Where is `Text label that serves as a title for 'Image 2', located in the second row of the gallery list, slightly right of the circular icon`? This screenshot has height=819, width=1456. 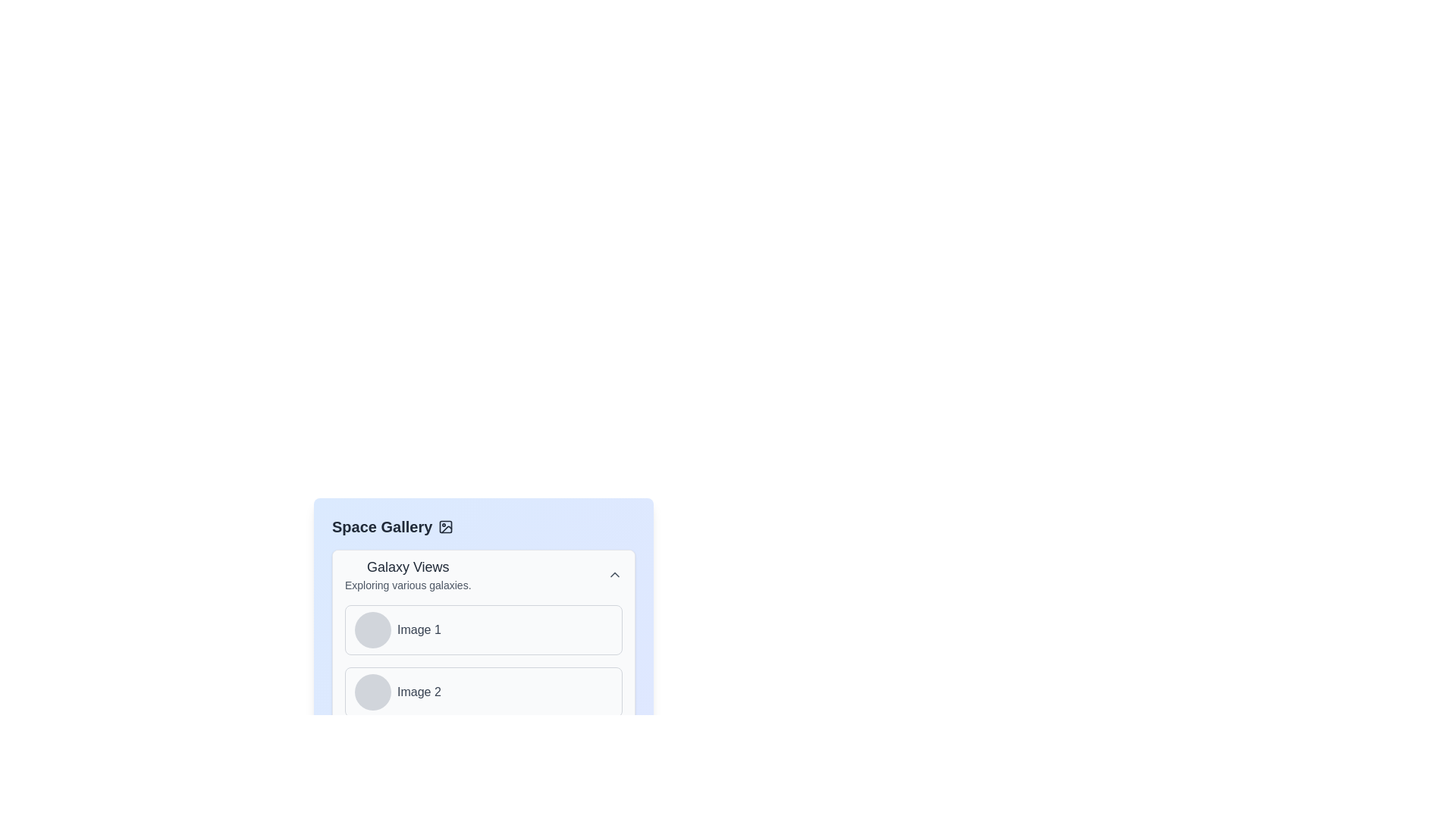 Text label that serves as a title for 'Image 2', located in the second row of the gallery list, slightly right of the circular icon is located at coordinates (419, 692).